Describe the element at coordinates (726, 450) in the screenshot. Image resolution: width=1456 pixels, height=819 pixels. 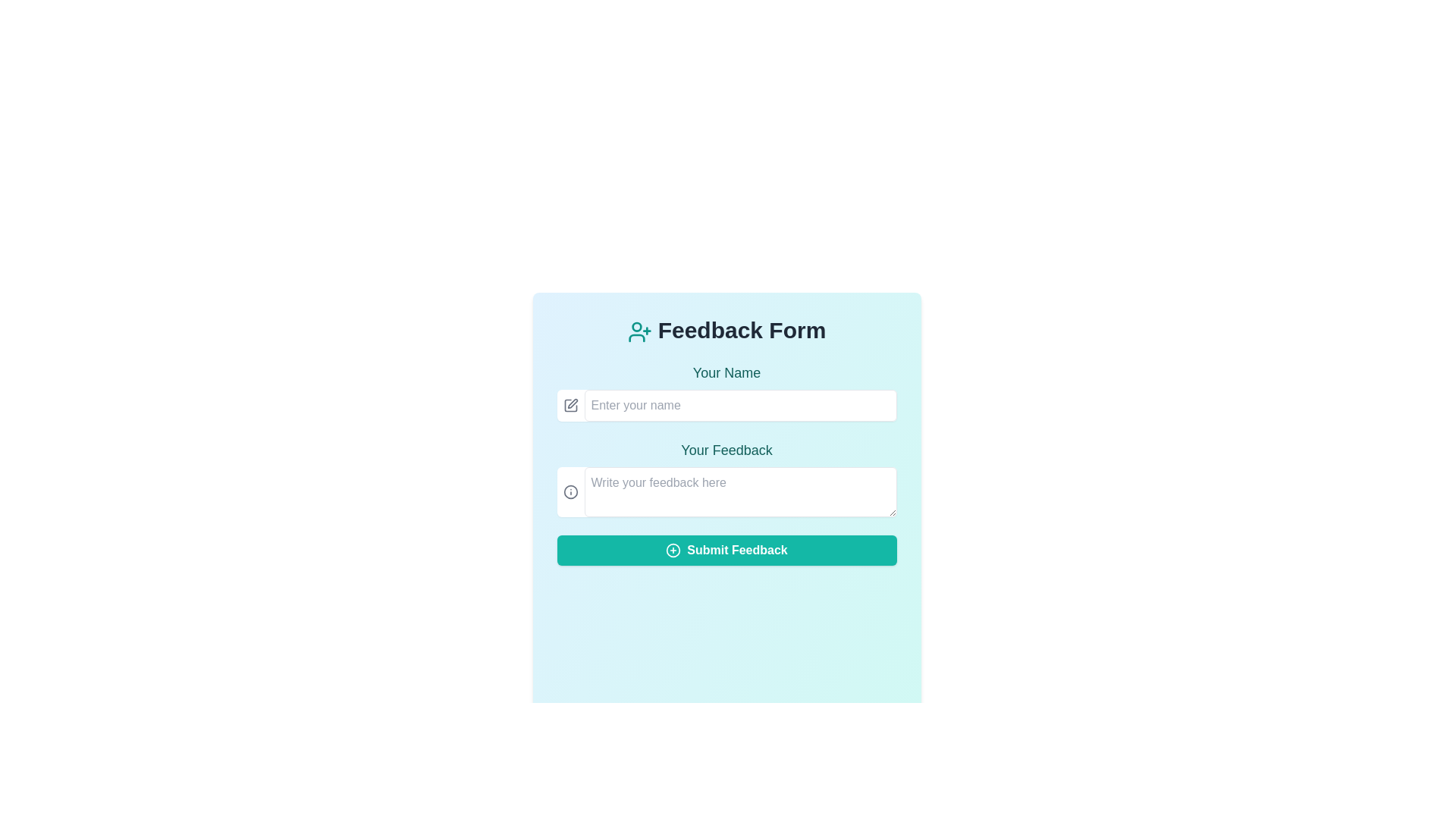
I see `the 'Your Feedback' text label, which is styled in a medium-sized, teal font with a serif typeface and positioned at the upper part of a feedback form` at that location.